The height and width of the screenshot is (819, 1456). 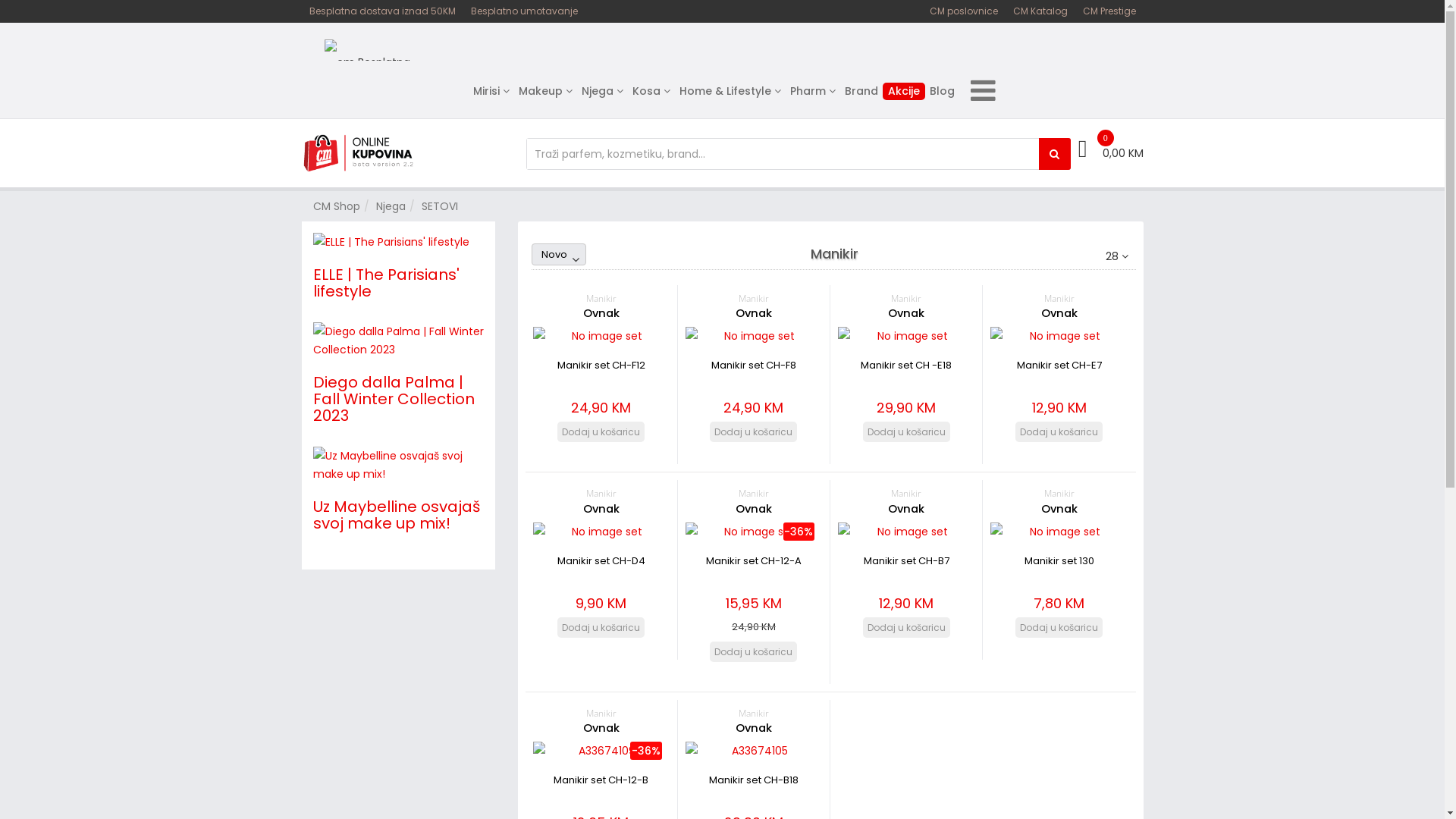 I want to click on 'ELLE | The Parisians' lifestyle', so click(x=385, y=283).